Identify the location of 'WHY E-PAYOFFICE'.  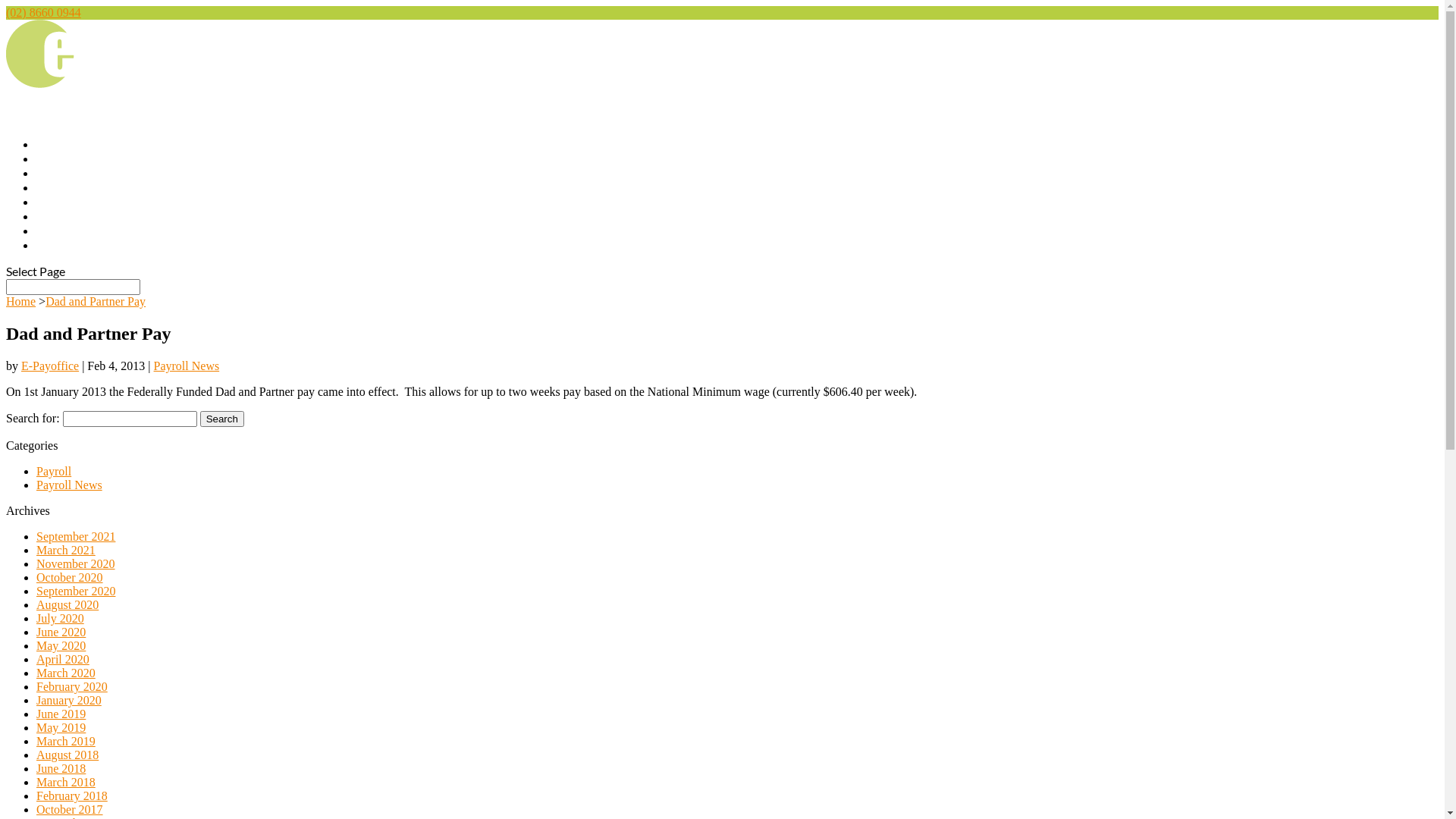
(36, 189).